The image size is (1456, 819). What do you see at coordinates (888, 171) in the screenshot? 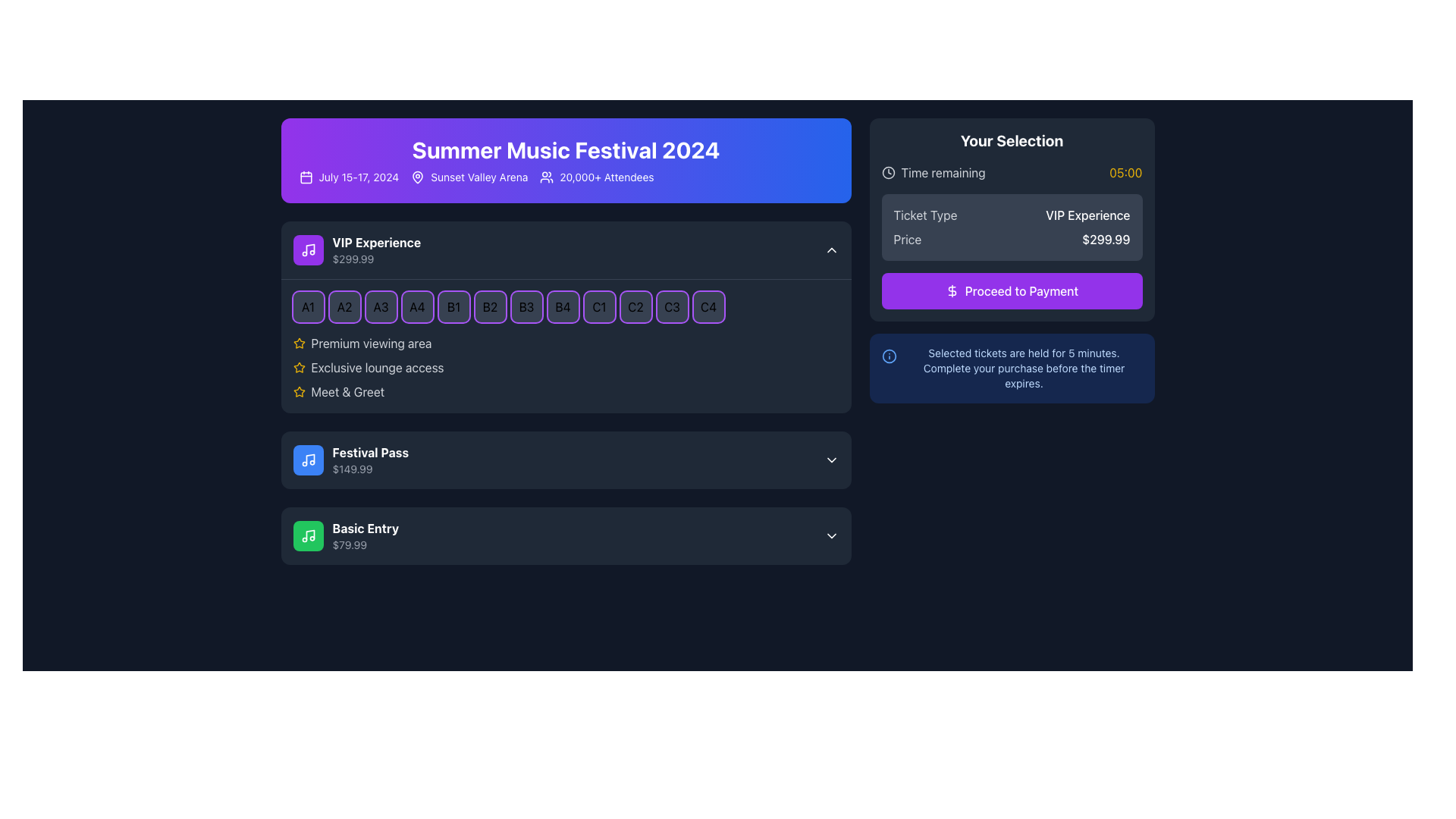
I see `the circular clock outline icon in the 'Your Selection' summary panel, which is located before the 'Time Remaining' label` at bounding box center [888, 171].